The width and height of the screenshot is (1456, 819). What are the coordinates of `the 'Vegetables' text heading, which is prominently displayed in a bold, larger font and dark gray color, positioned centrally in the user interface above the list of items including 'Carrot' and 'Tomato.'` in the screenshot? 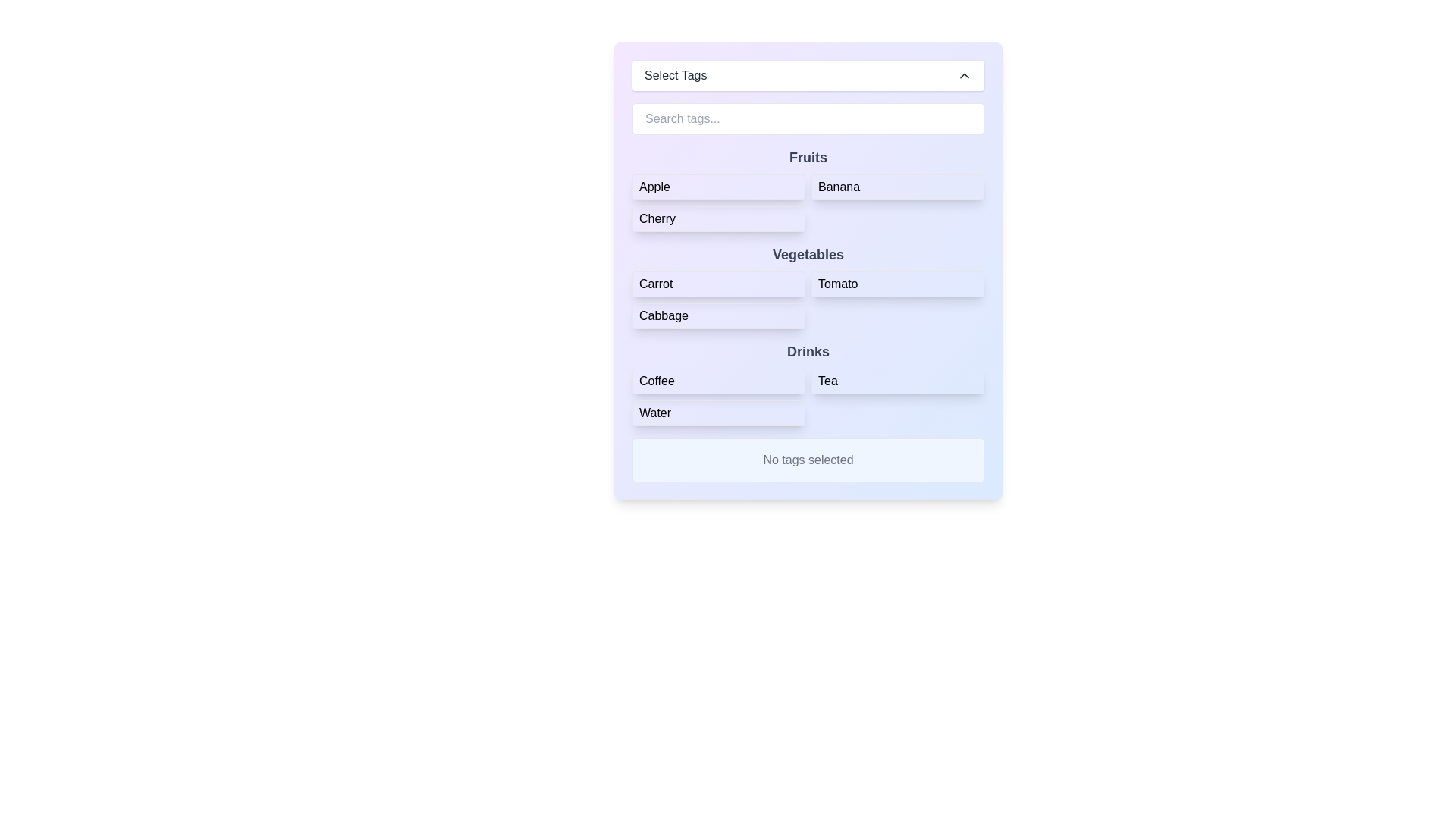 It's located at (807, 253).